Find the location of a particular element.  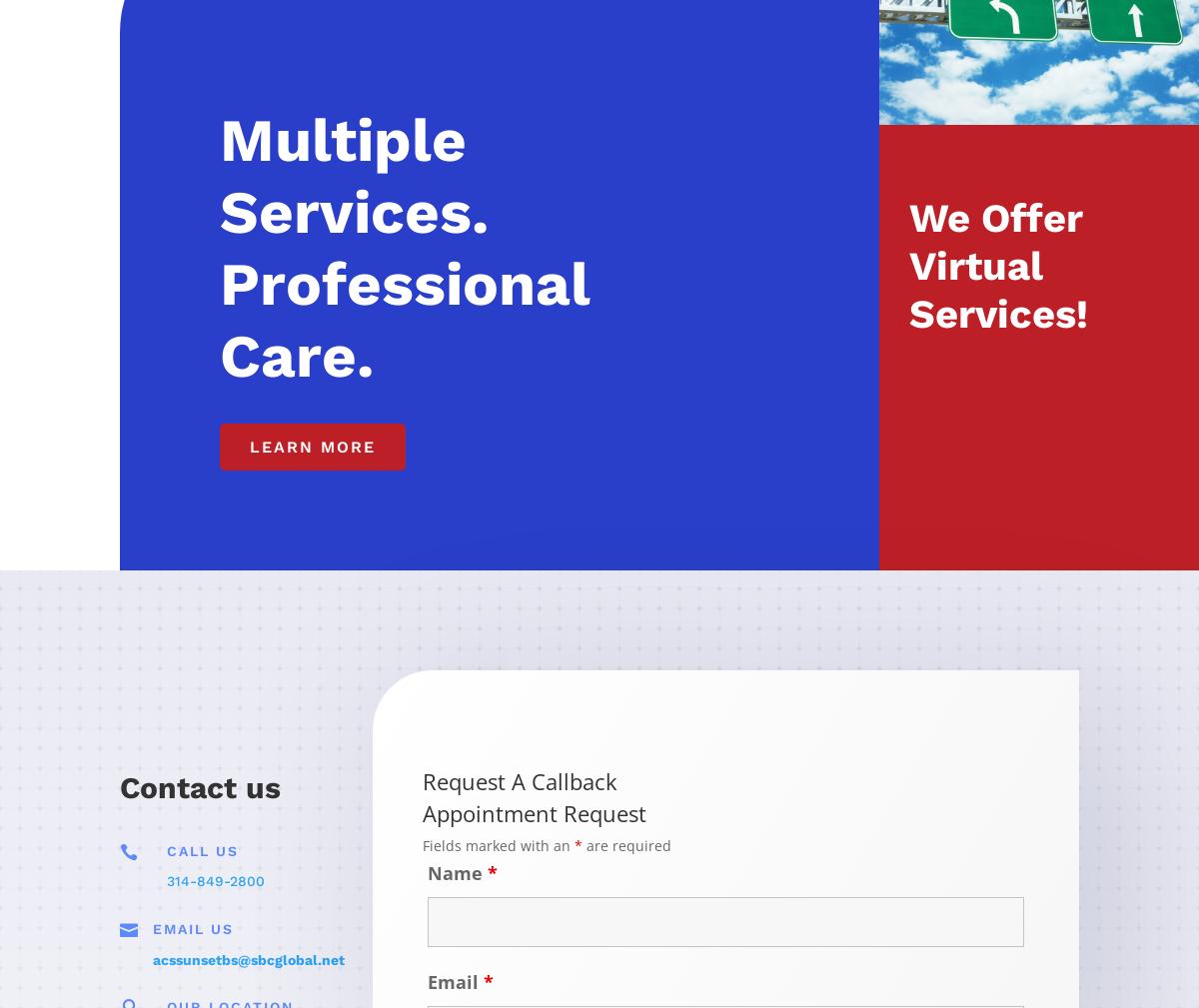

'Fields marked with an' is located at coordinates (497, 845).